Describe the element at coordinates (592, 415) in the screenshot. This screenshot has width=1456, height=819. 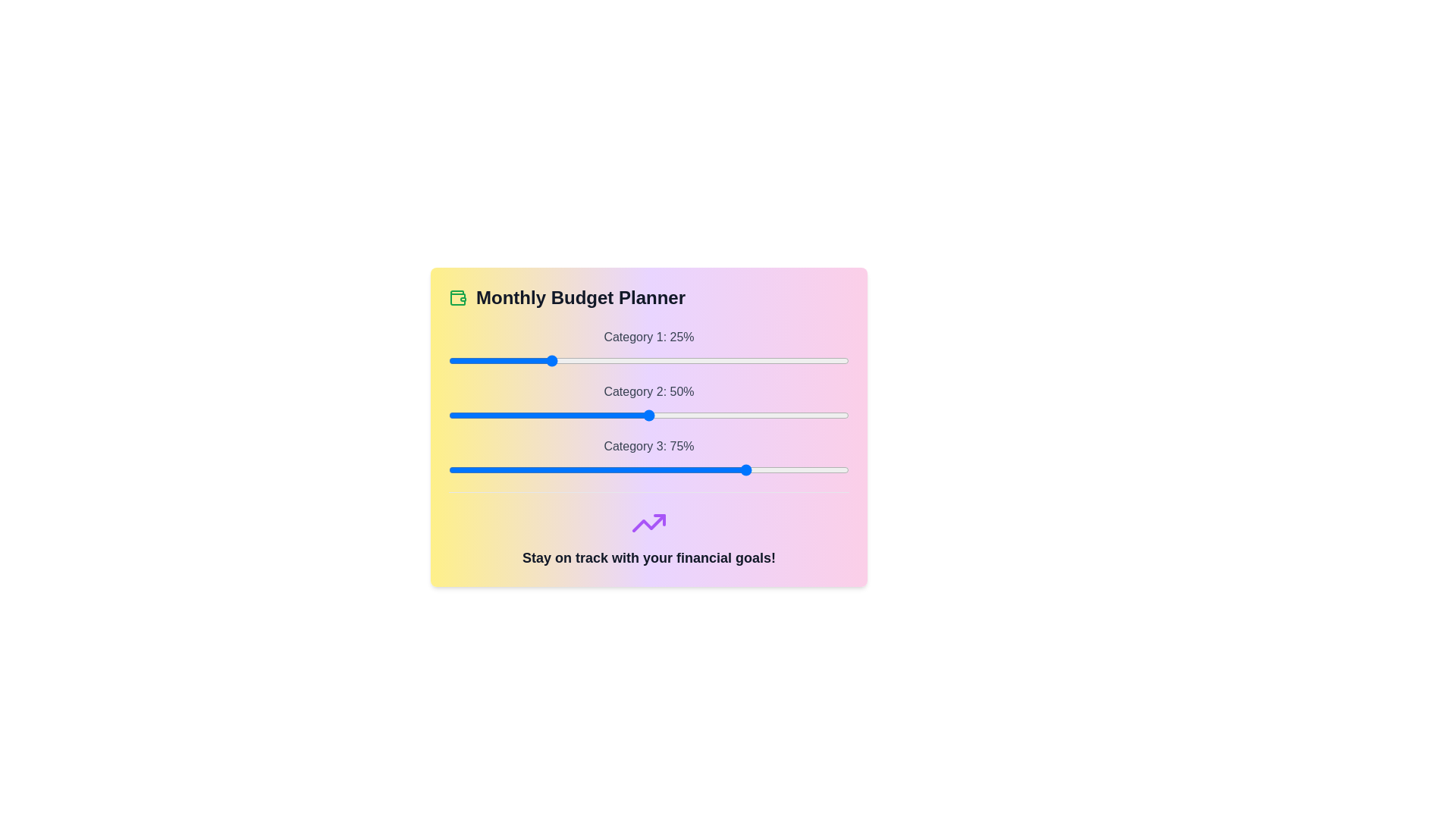
I see `the slider for Category 2 to 36%` at that location.